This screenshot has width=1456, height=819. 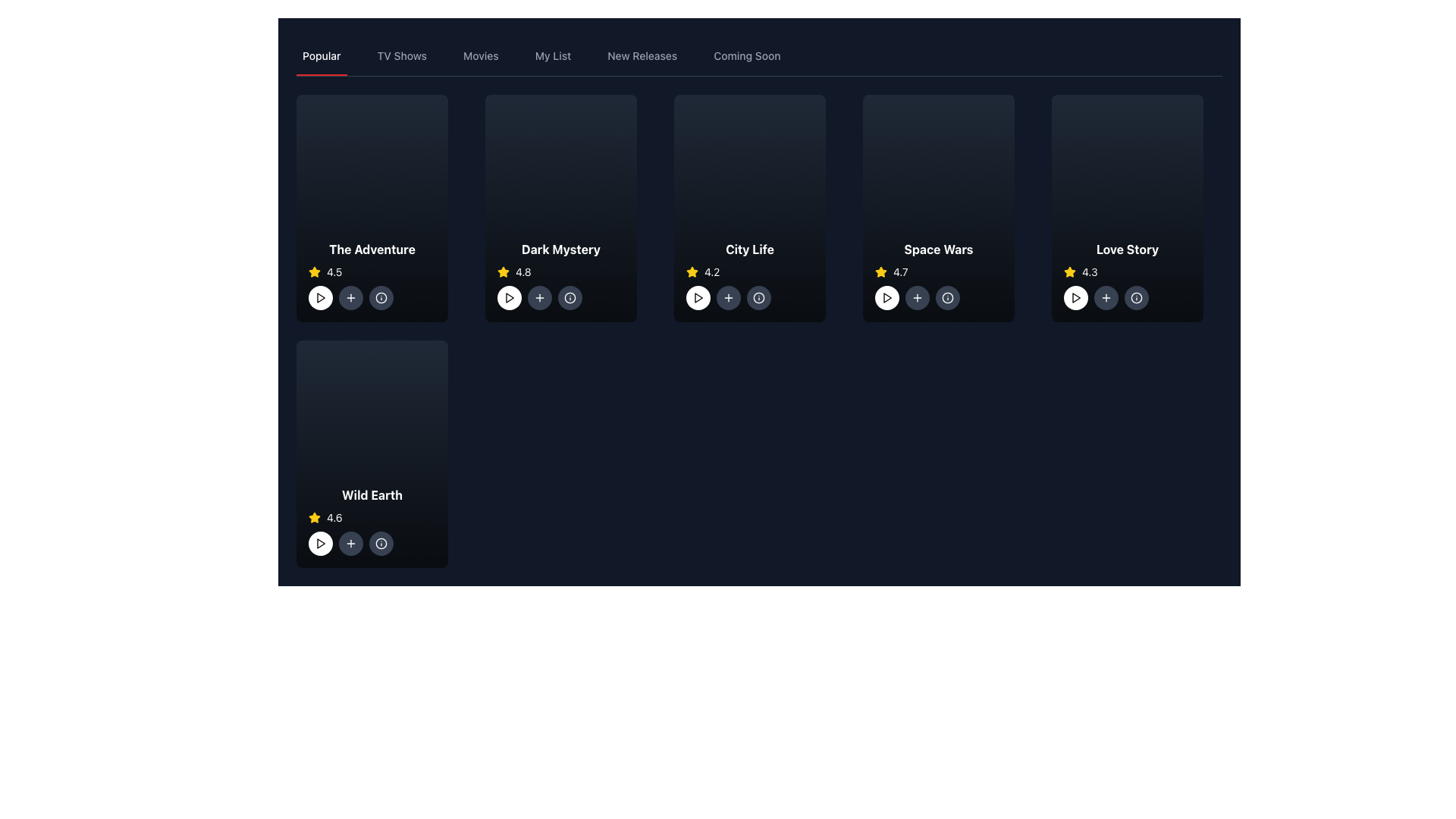 What do you see at coordinates (570, 298) in the screenshot?
I see `the small circular button with an outlined information icon ('i') on a dark background, located at the bottom right of the 'Dark Mystery' item card in the second column of the first row in the grid` at bounding box center [570, 298].